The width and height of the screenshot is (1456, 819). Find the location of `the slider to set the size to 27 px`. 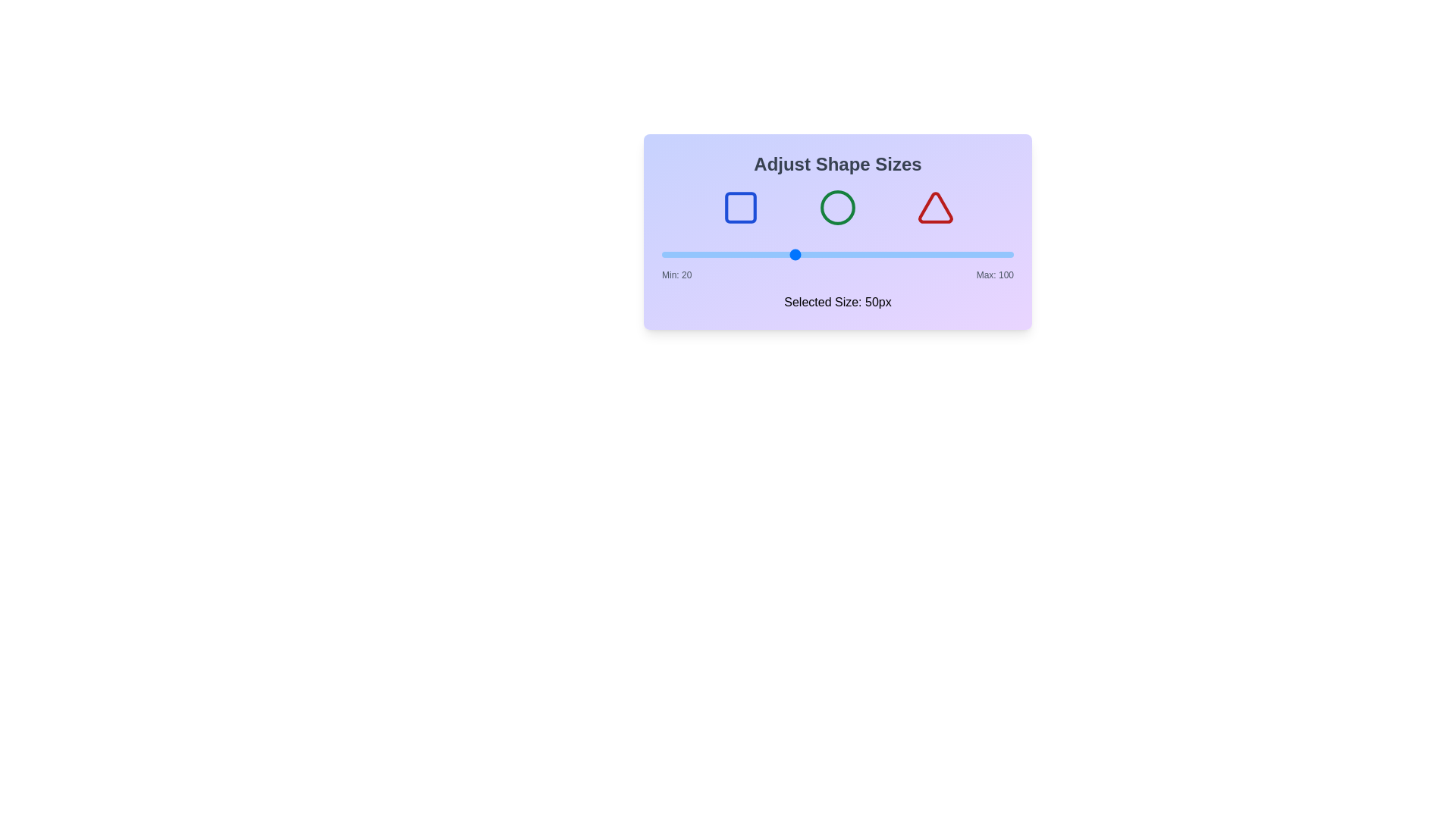

the slider to set the size to 27 px is located at coordinates (692, 253).